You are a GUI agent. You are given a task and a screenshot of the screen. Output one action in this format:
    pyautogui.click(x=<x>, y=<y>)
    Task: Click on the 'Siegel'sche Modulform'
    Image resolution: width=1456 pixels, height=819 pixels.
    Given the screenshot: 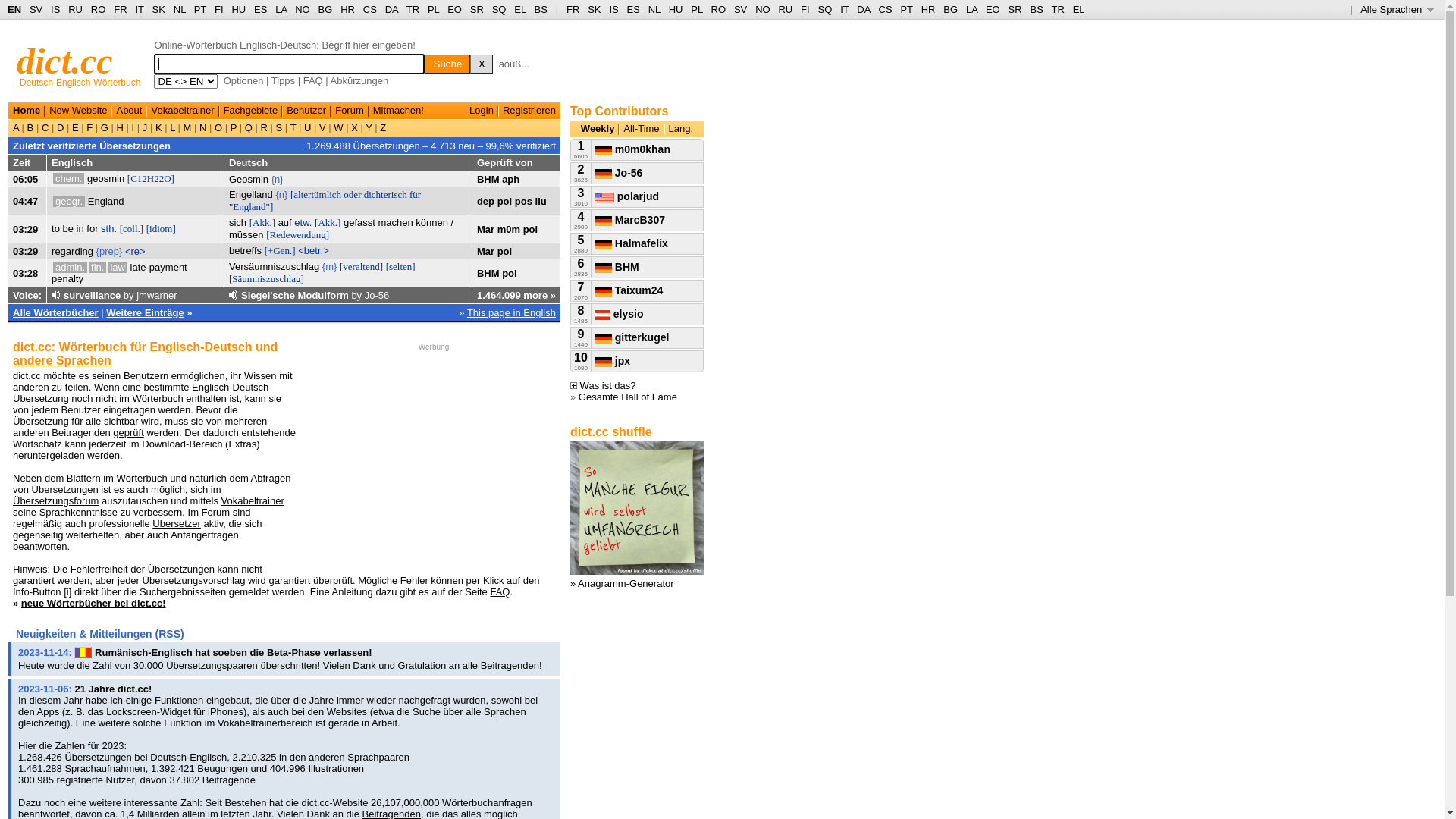 What is the action you would take?
    pyautogui.click(x=240, y=295)
    